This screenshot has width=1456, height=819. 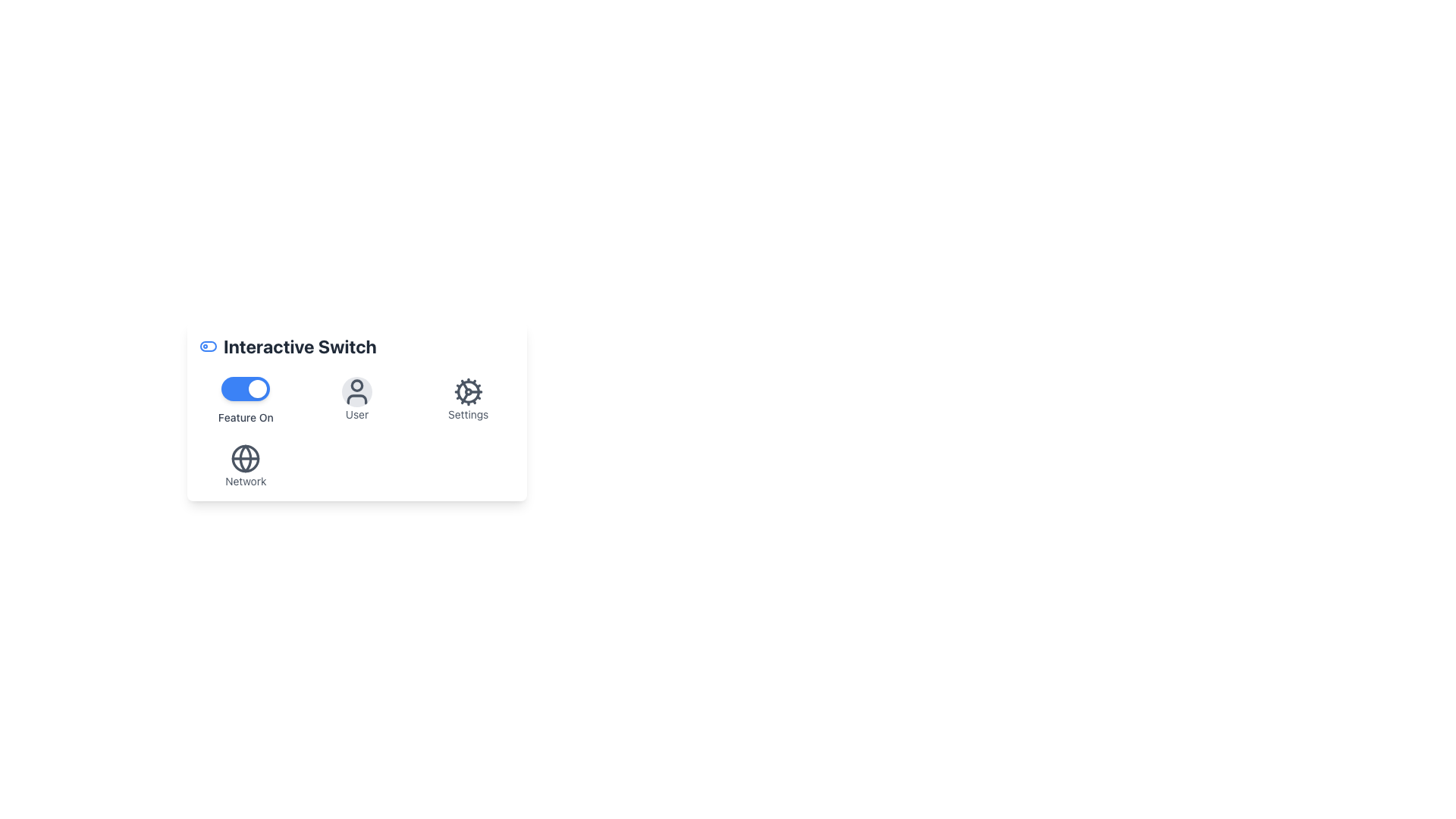 I want to click on the static text label reading 'User', which is positioned directly below the user profile icon in the second column of a 3-column layout, so click(x=356, y=415).